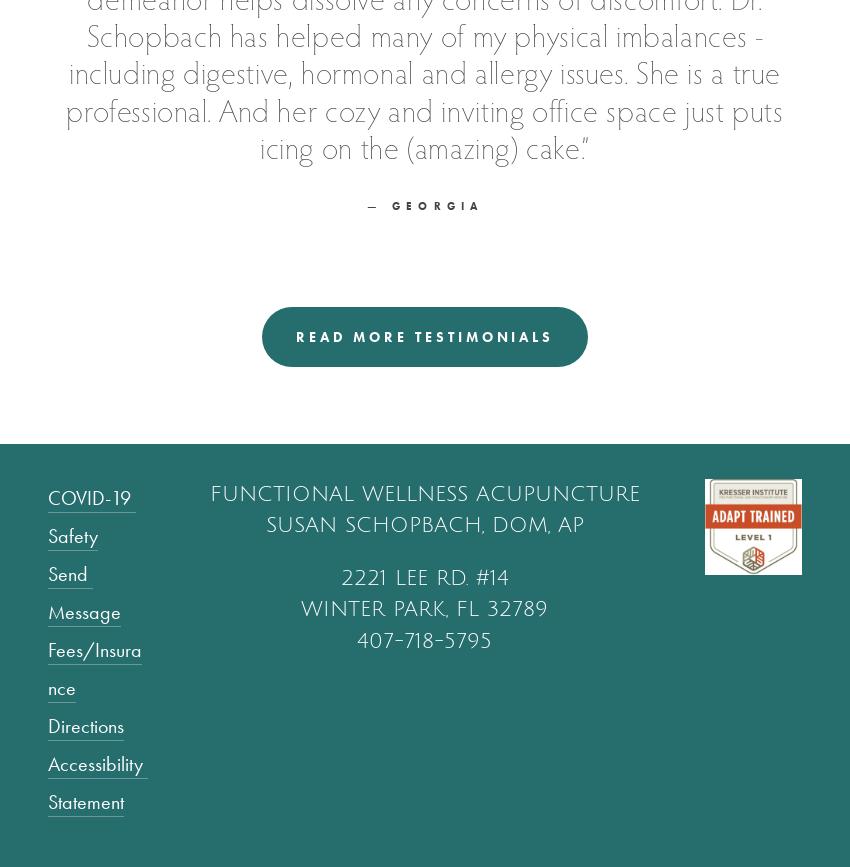 The height and width of the screenshot is (867, 850). I want to click on 'winter park, fl 32789', so click(424, 608).